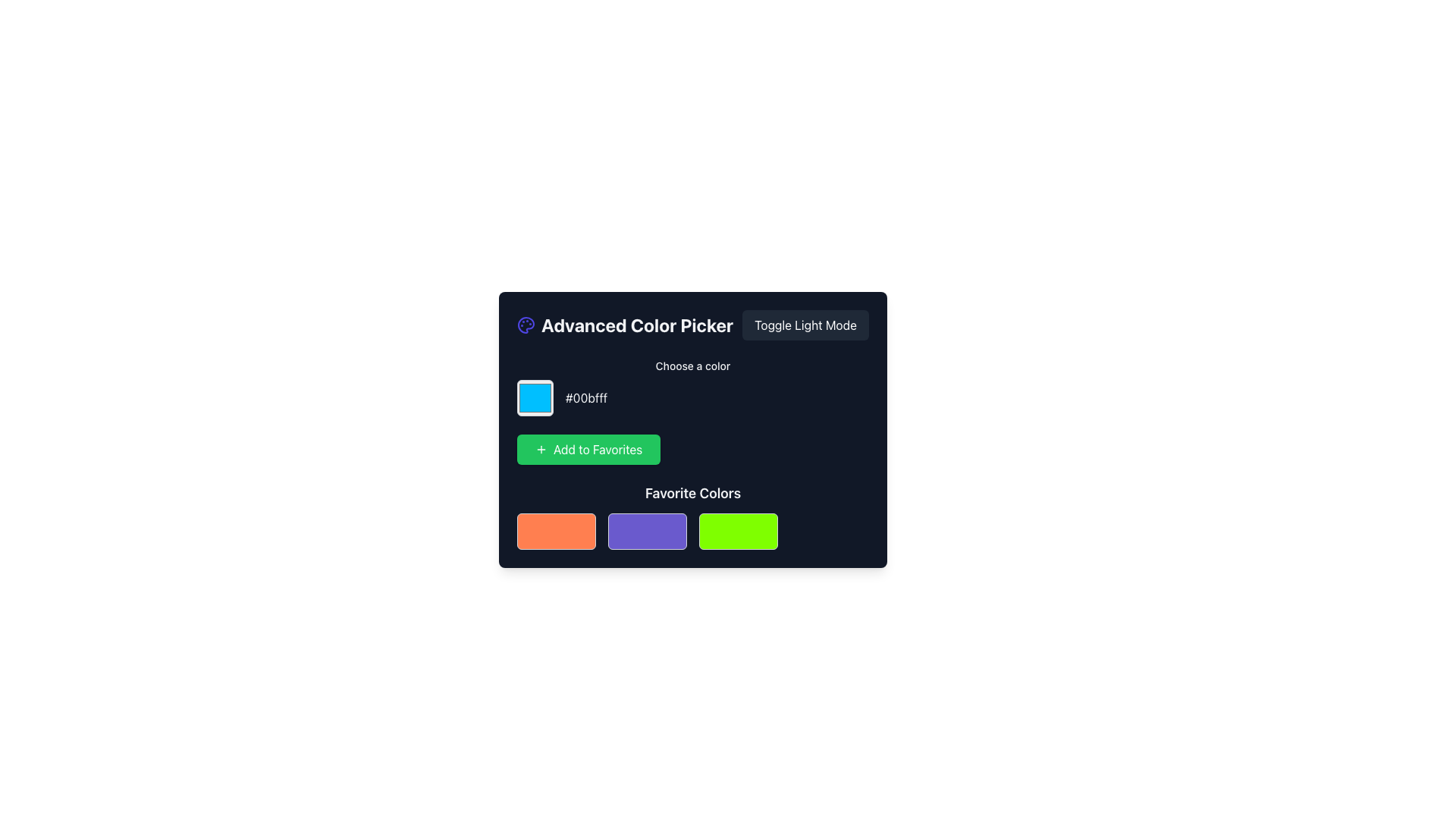  I want to click on the toggle button located next to the title 'Advanced Color Picker' to switch the interface to light mode, so click(805, 324).